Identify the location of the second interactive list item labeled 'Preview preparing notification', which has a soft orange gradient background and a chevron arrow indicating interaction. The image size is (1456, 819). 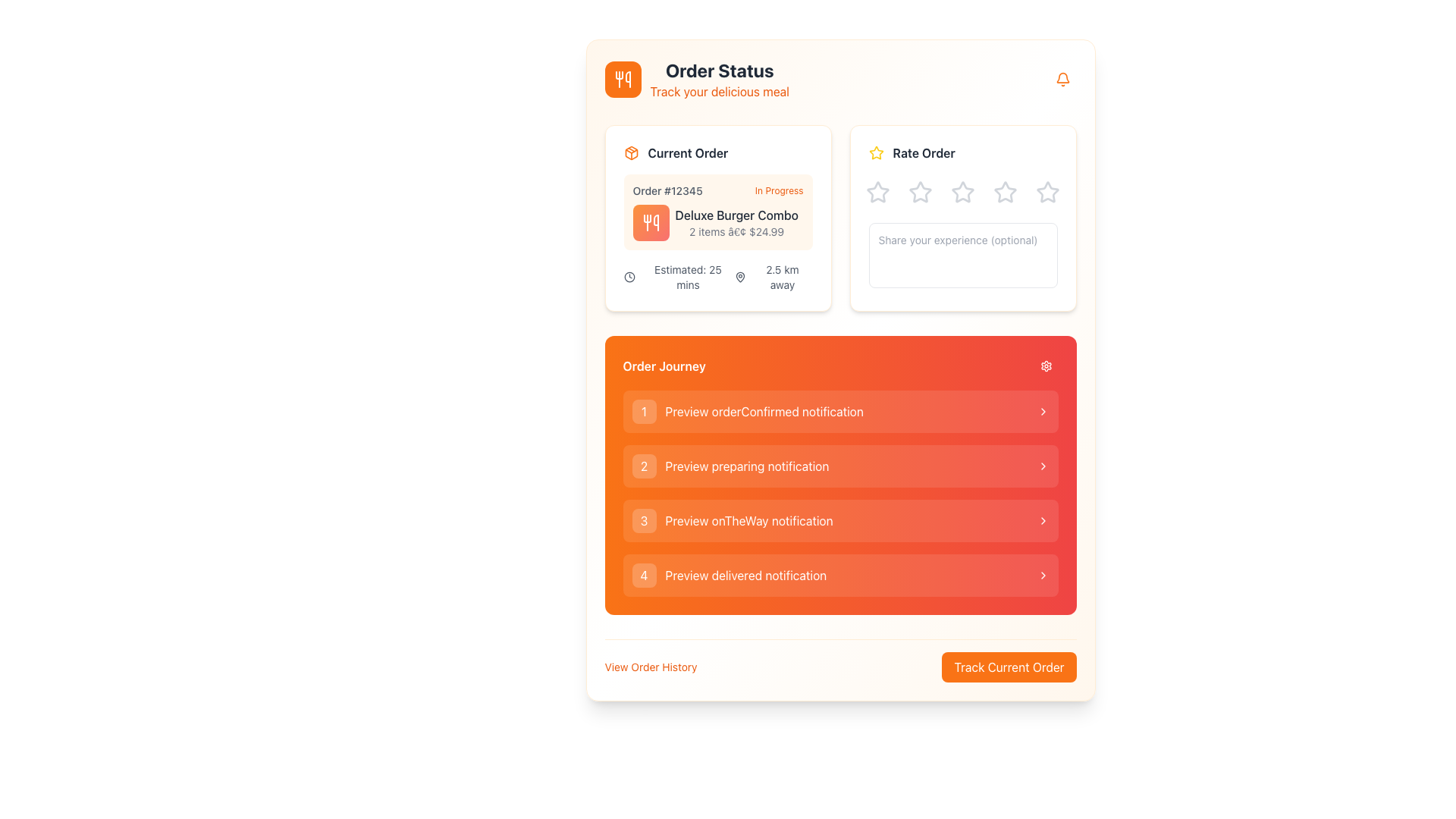
(839, 494).